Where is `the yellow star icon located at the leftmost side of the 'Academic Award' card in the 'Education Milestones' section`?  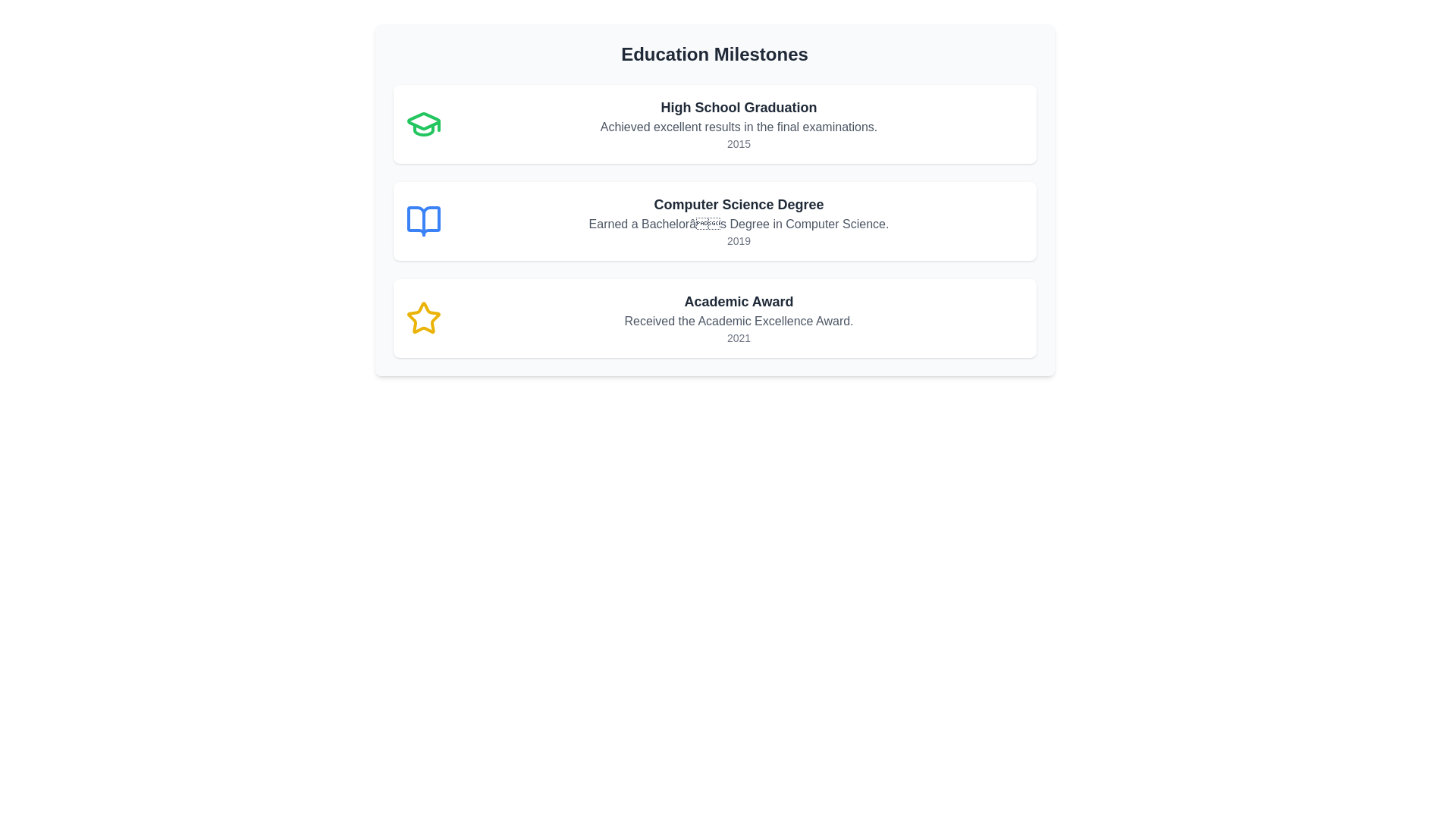 the yellow star icon located at the leftmost side of the 'Academic Award' card in the 'Education Milestones' section is located at coordinates (423, 318).